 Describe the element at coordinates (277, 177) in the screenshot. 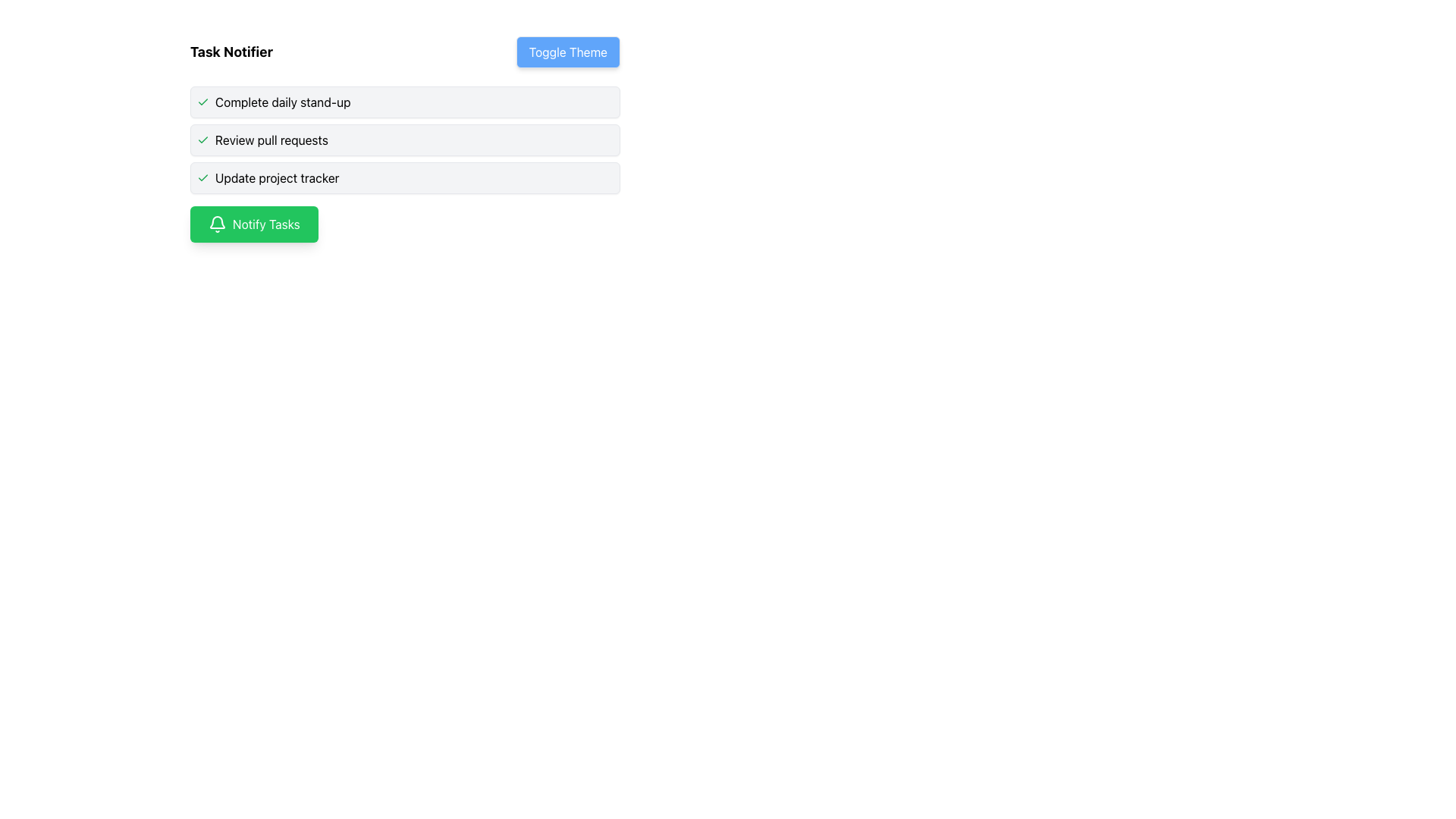

I see `the Text Label that says 'Update project tracker', which is the third item in the task notification list` at that location.